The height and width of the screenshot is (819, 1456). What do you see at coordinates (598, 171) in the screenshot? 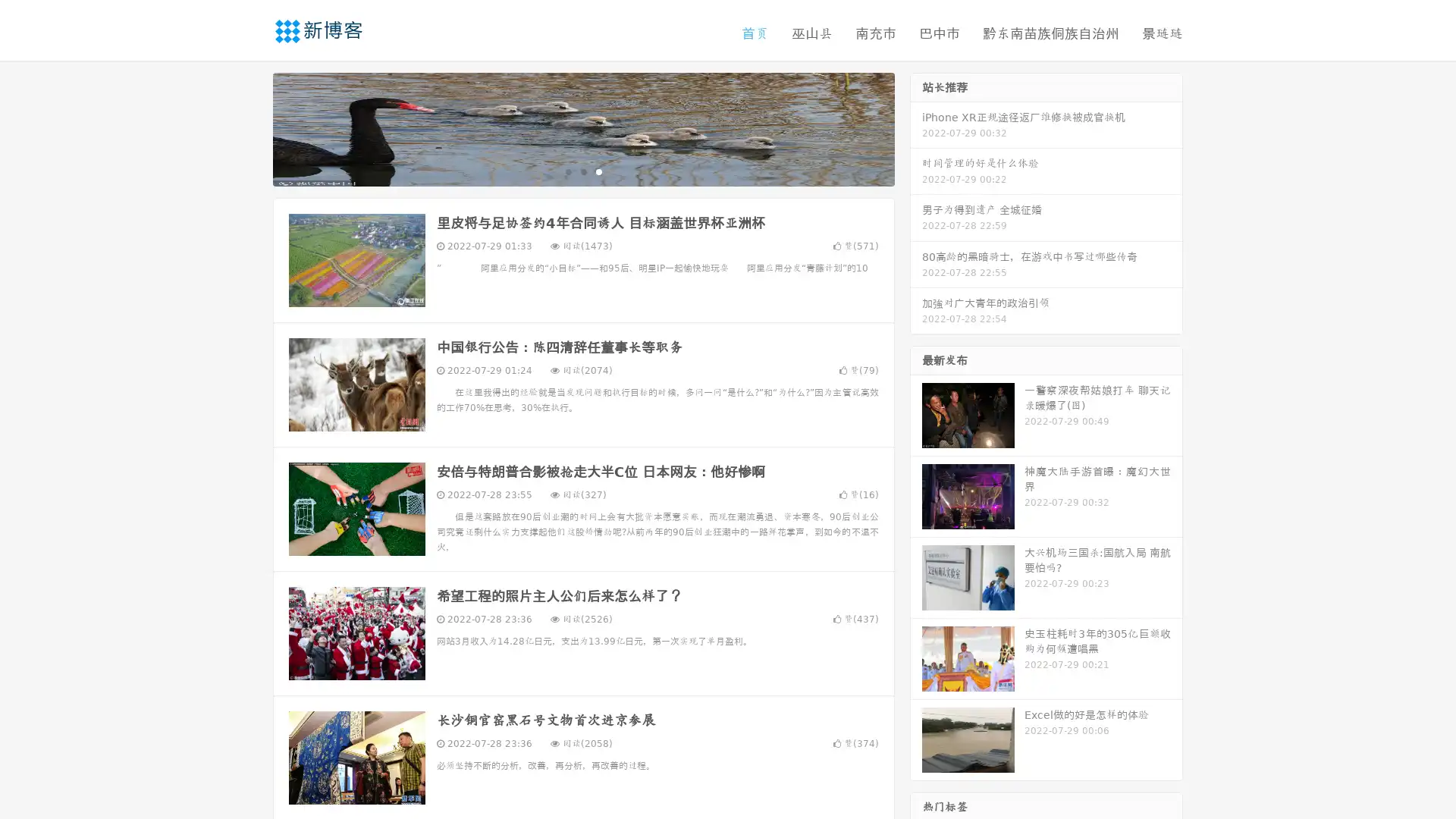
I see `Go to slide 3` at bounding box center [598, 171].